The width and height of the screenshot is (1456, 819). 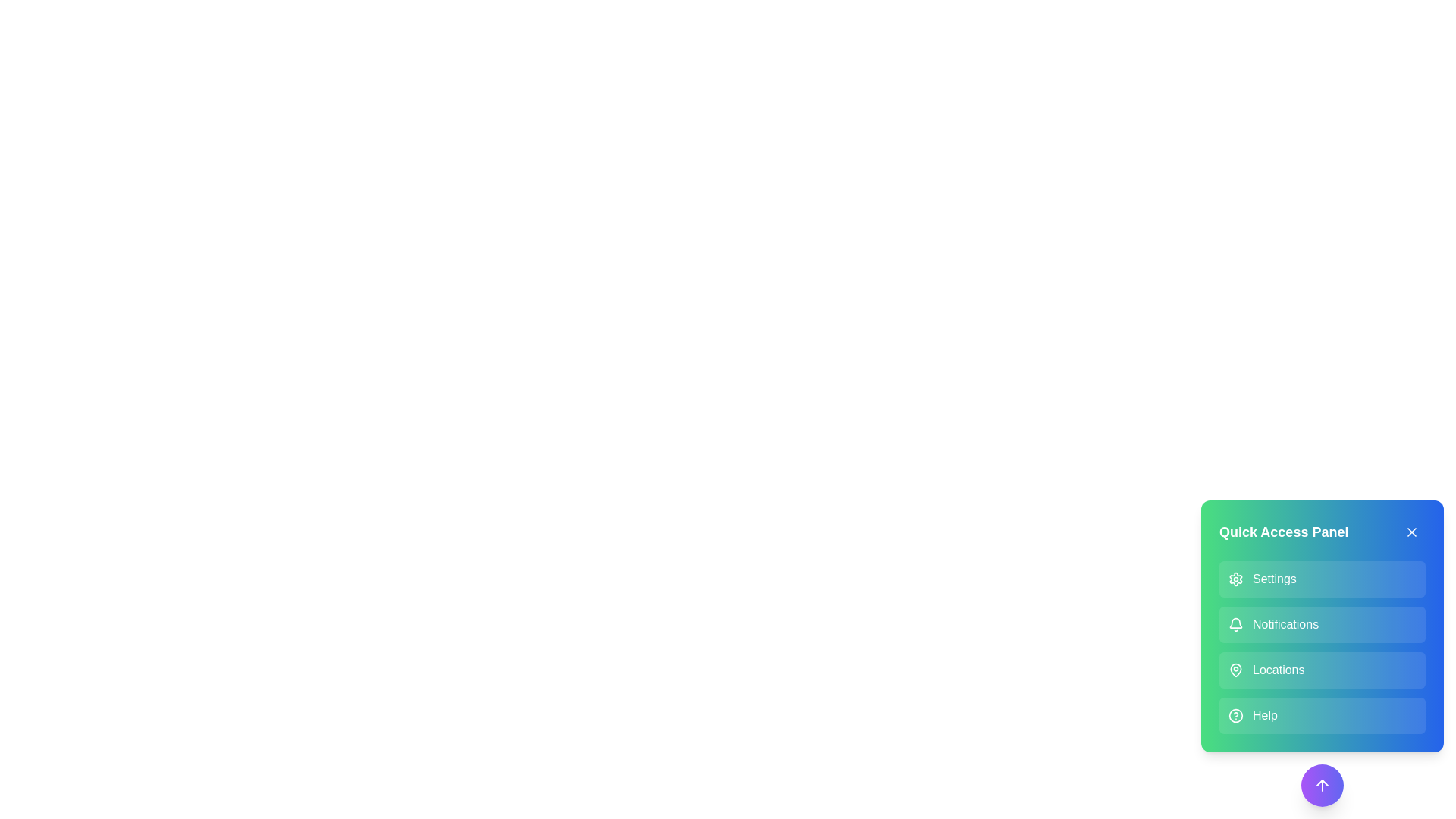 What do you see at coordinates (1321, 579) in the screenshot?
I see `the topmost button in the vertical list of options in the sidebar` at bounding box center [1321, 579].